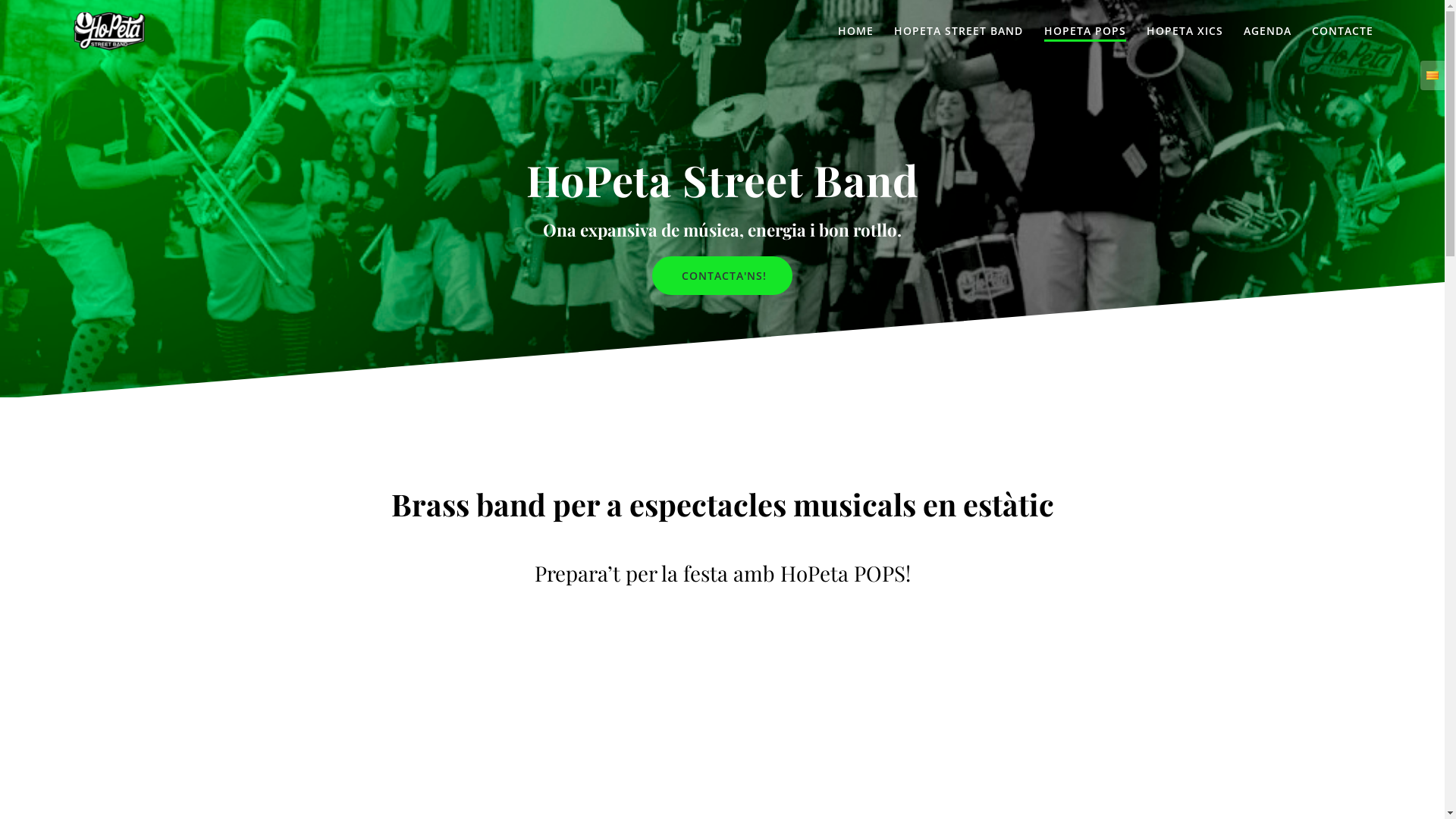 The height and width of the screenshot is (819, 1456). Describe the element at coordinates (957, 32) in the screenshot. I see `'HOPETA STREET BAND'` at that location.